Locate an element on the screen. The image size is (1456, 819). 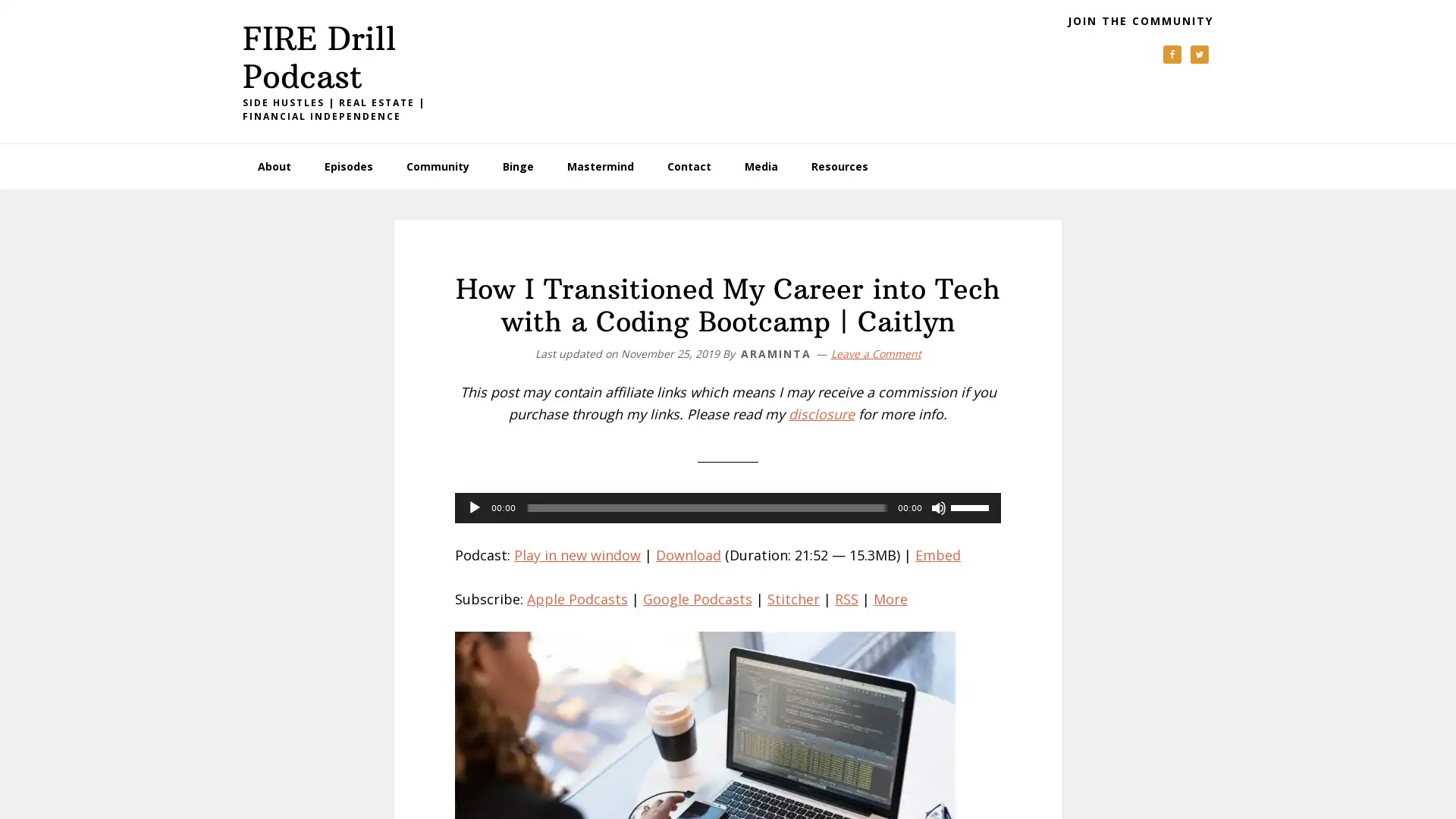
Play is located at coordinates (473, 508).